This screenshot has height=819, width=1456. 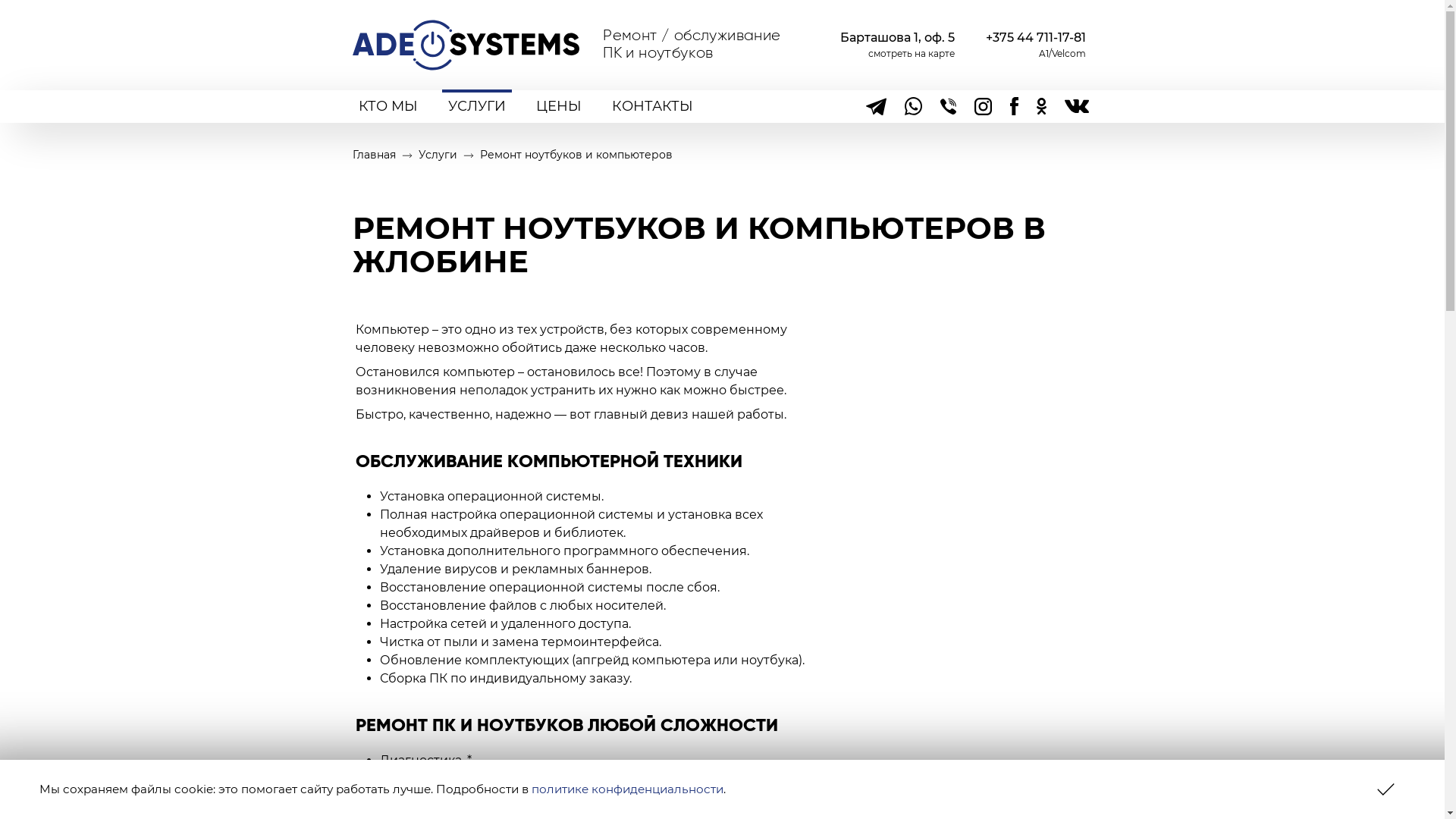 What do you see at coordinates (1035, 36) in the screenshot?
I see `'+375 44 711-17-81'` at bounding box center [1035, 36].